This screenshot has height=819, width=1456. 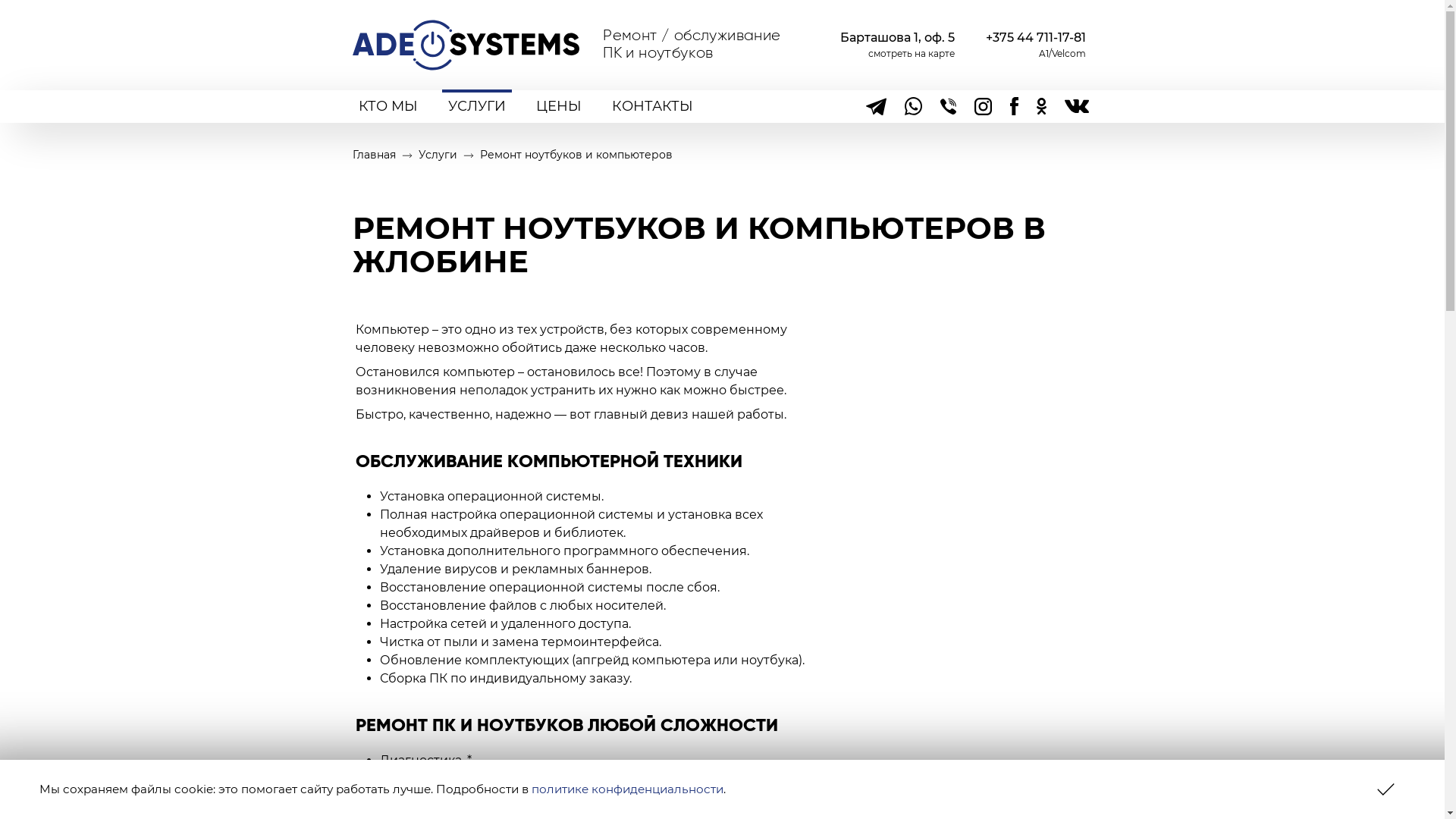 What do you see at coordinates (1035, 36) in the screenshot?
I see `'+375 44 711-17-81'` at bounding box center [1035, 36].